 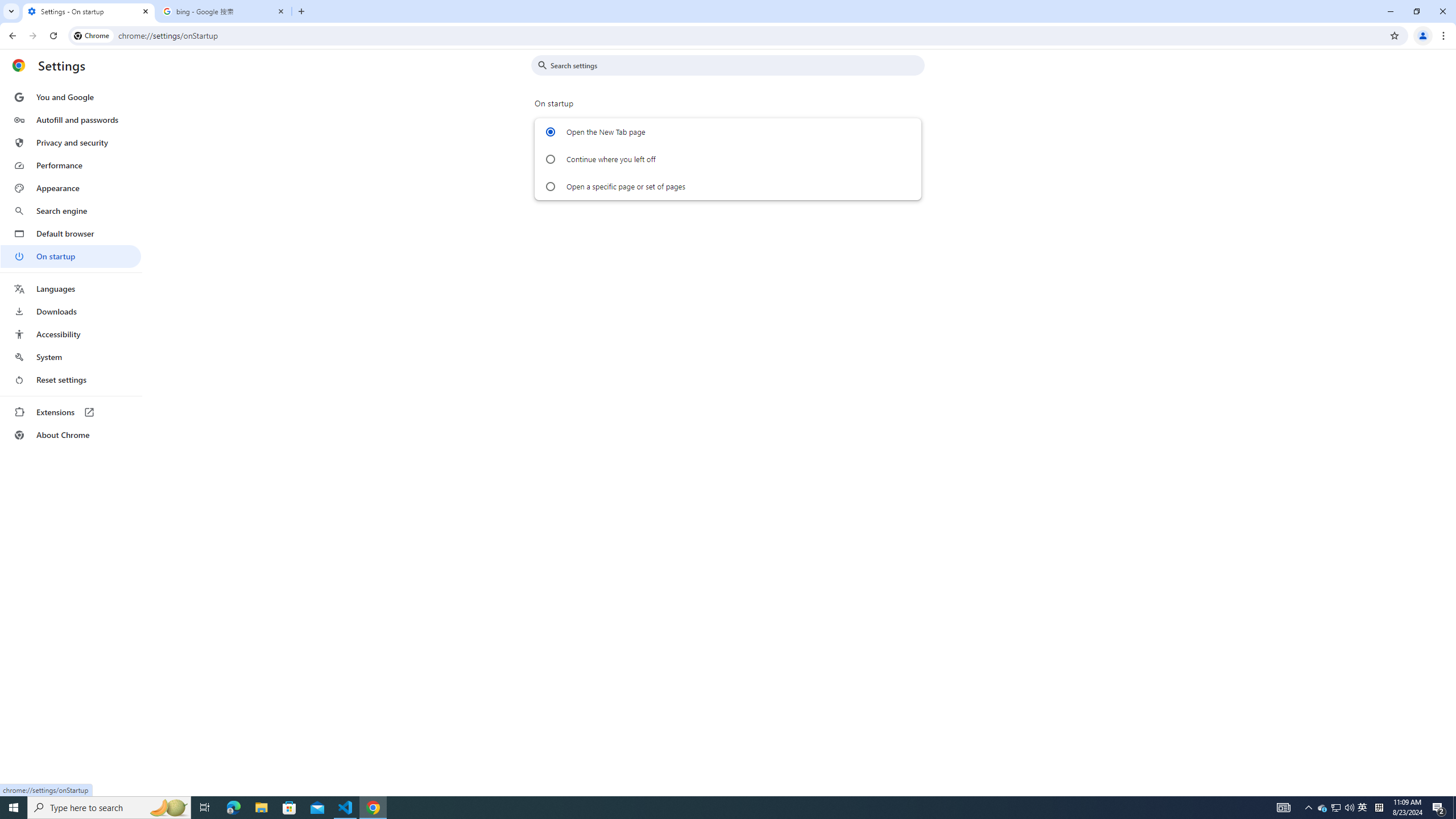 What do you see at coordinates (70, 165) in the screenshot?
I see `'Performance'` at bounding box center [70, 165].